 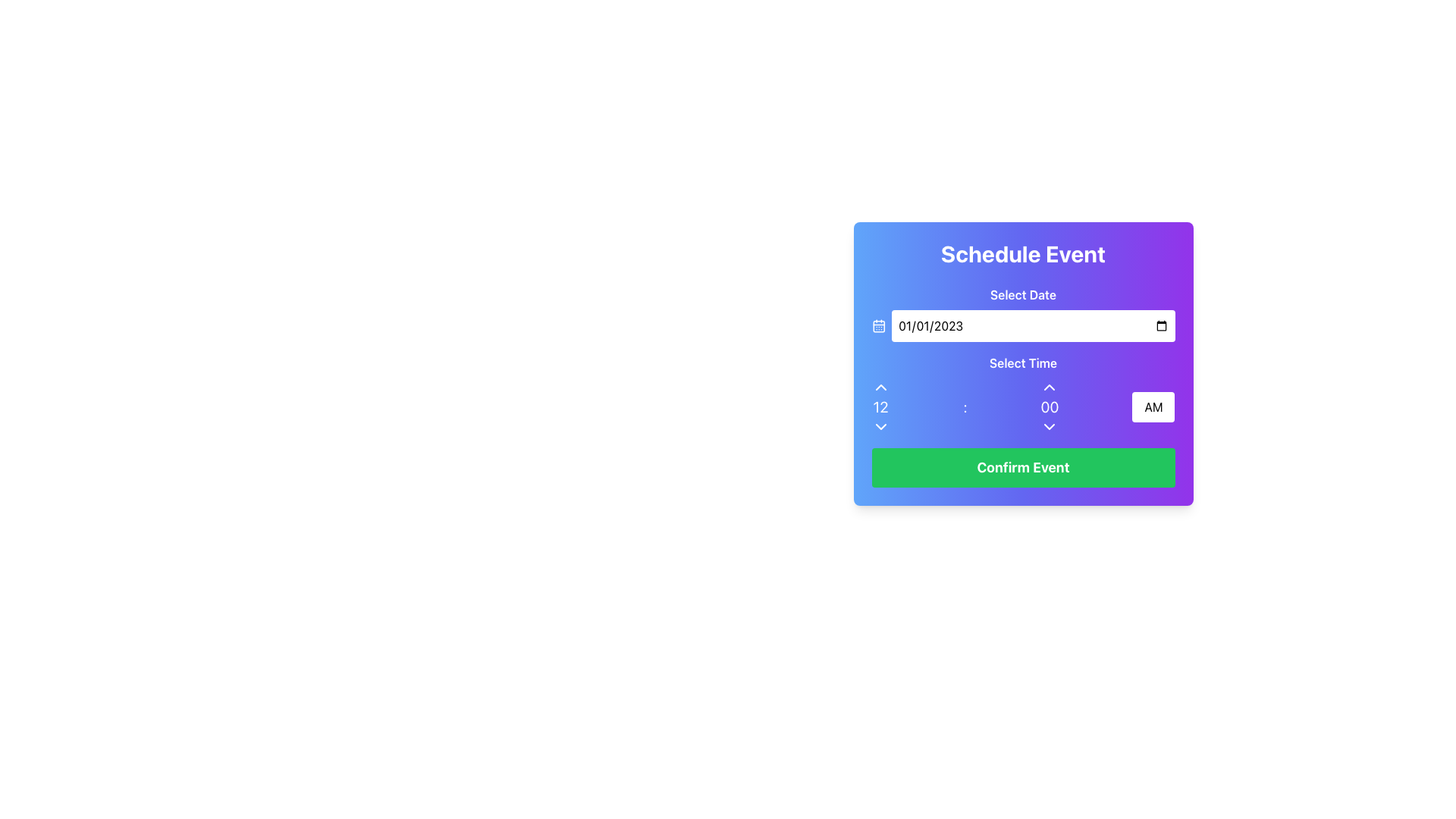 I want to click on the Text Display that shows the minutes component of the selected time, located below the colon ':' in the 'Select Time' section, so click(x=1049, y=406).